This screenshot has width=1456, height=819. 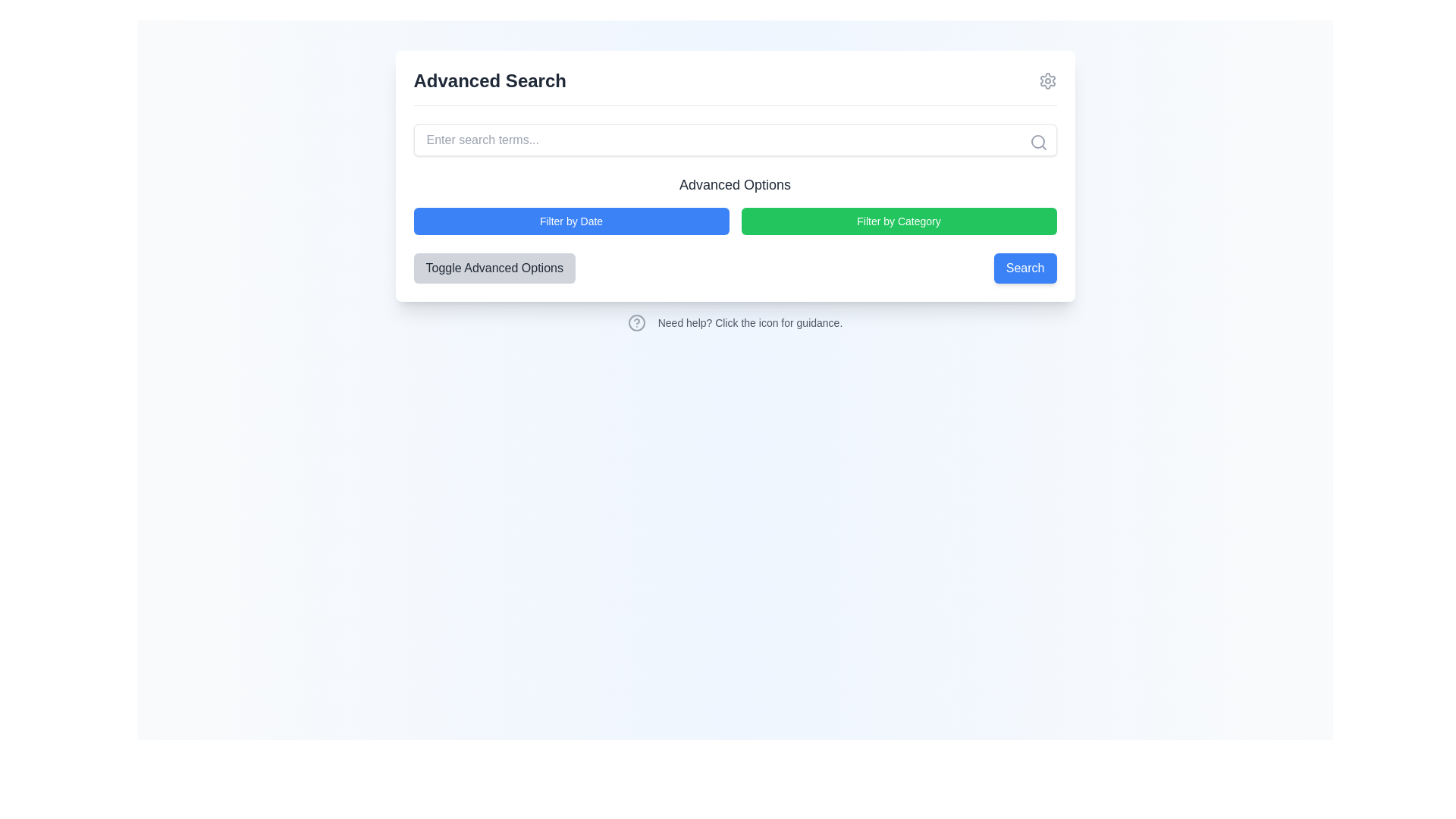 What do you see at coordinates (636, 322) in the screenshot?
I see `the help icon located to the left of the text 'Need help? Click the icon for guidance.'` at bounding box center [636, 322].